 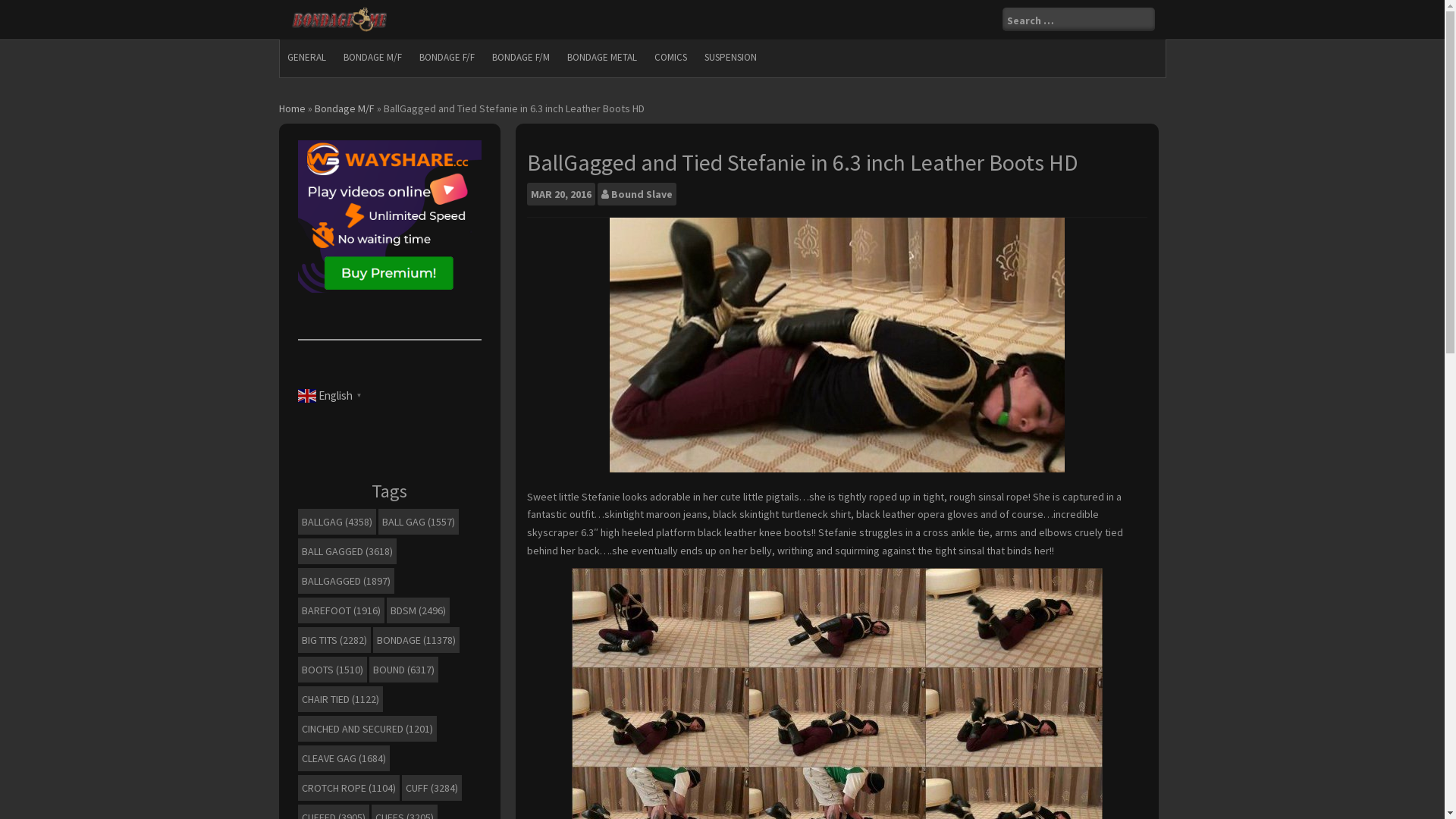 I want to click on 'Bound Slave', so click(x=642, y=193).